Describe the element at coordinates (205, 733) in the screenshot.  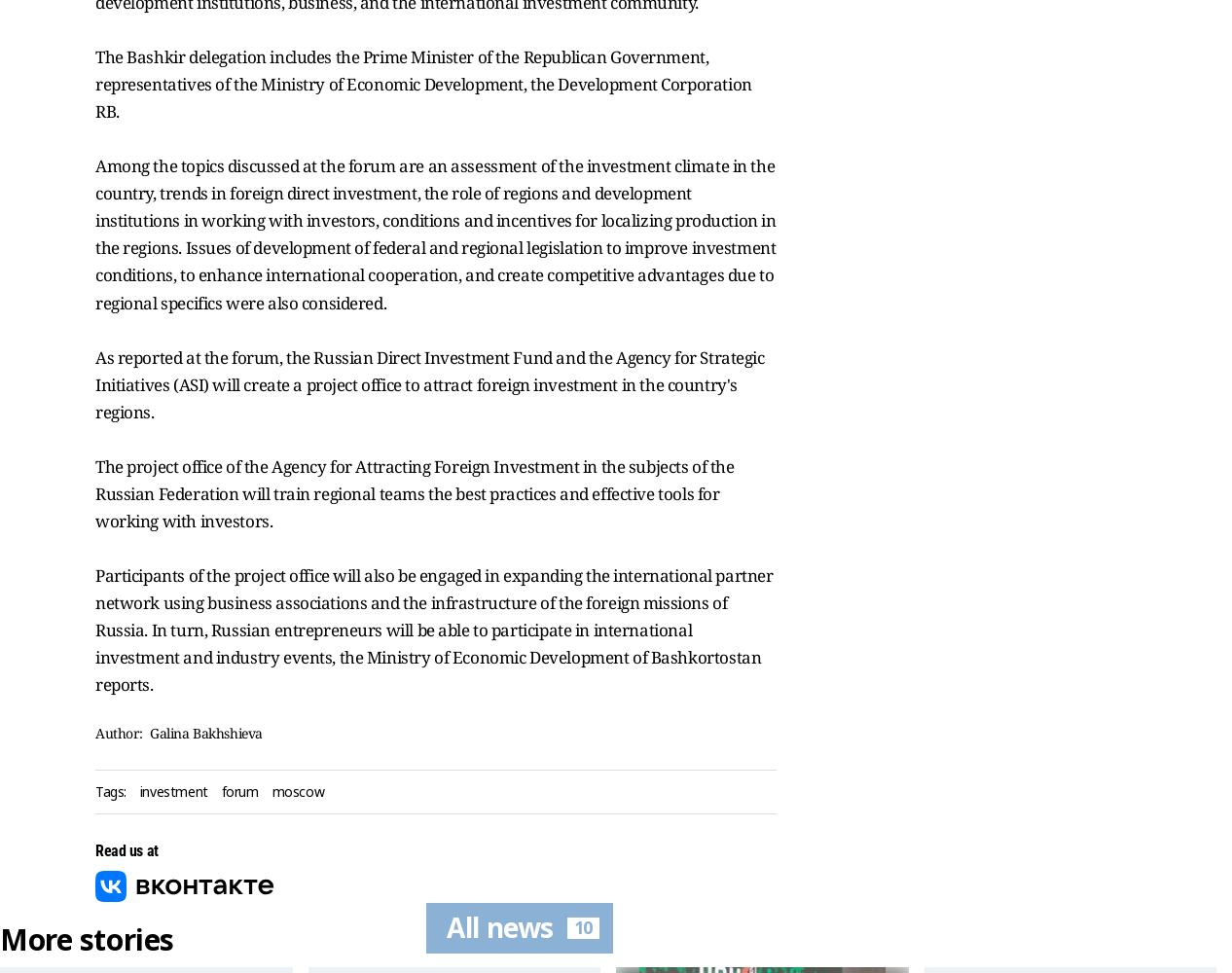
I see `'Galina Bakhshieva'` at that location.